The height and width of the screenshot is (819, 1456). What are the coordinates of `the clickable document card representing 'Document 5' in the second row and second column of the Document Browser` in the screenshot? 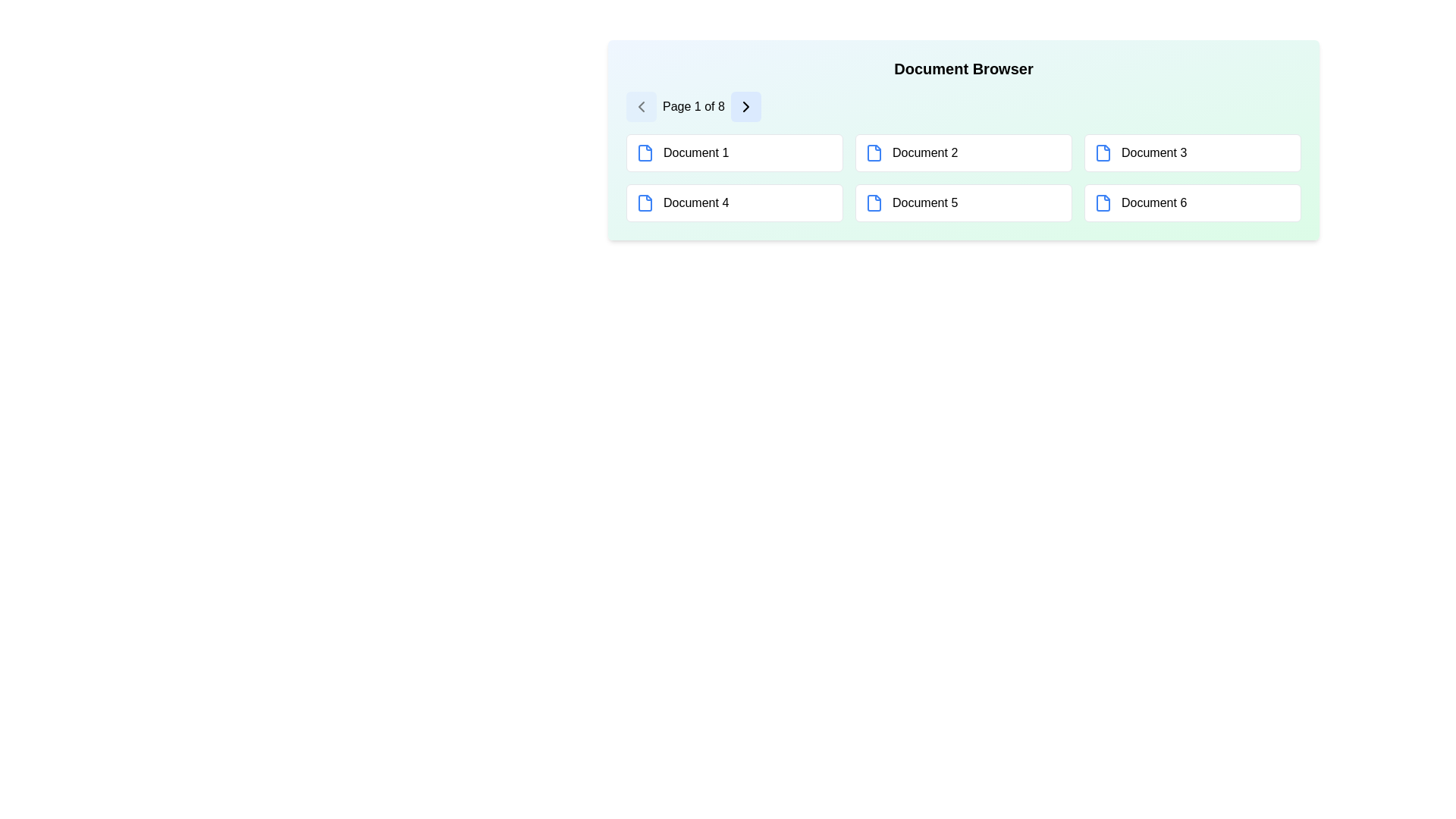 It's located at (963, 202).